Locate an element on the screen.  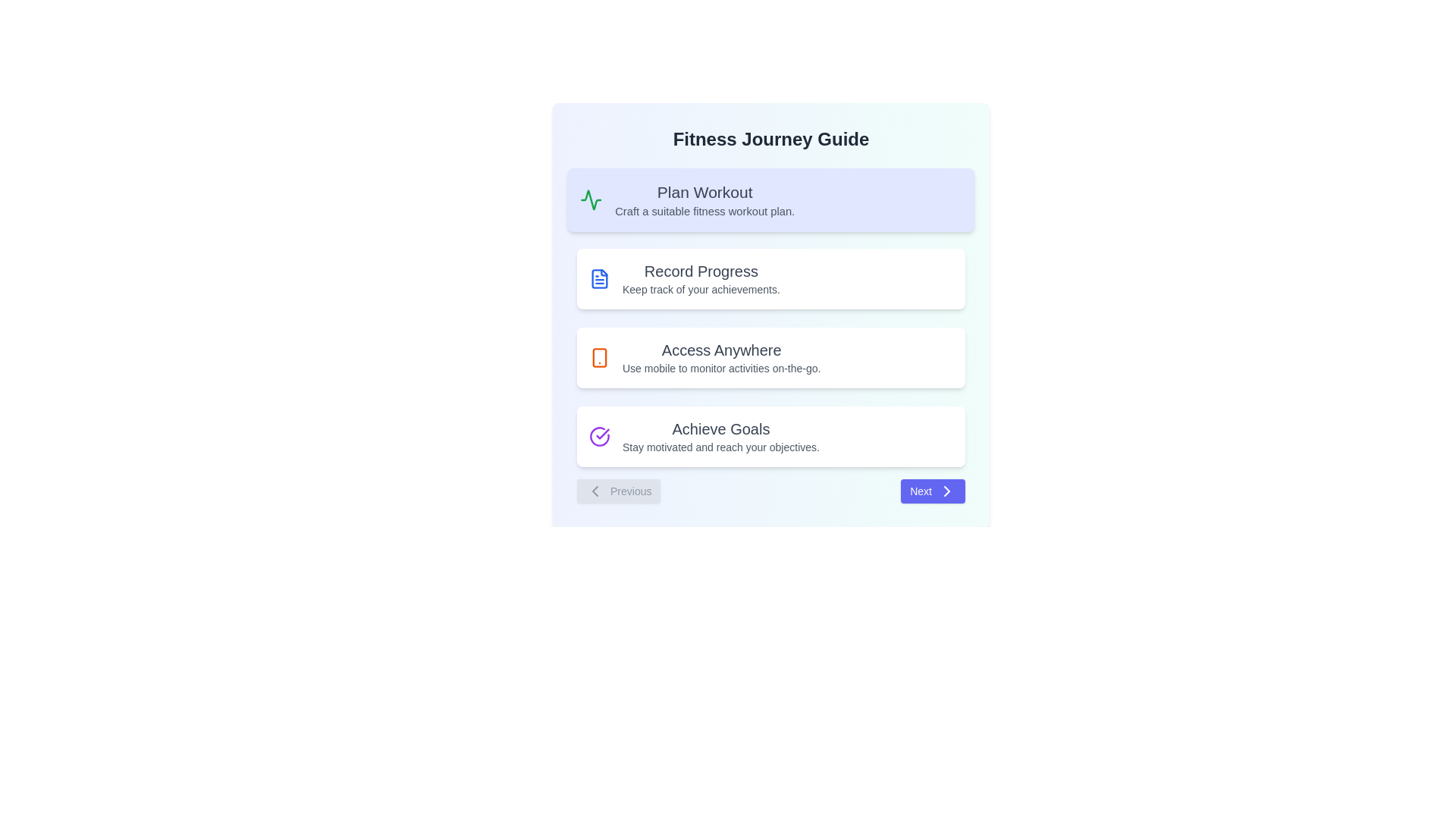
the 'Plan Workout' icon located in the top-left corner of the 'Plan Workout' card to initiate the workout planning action is located at coordinates (590, 199).